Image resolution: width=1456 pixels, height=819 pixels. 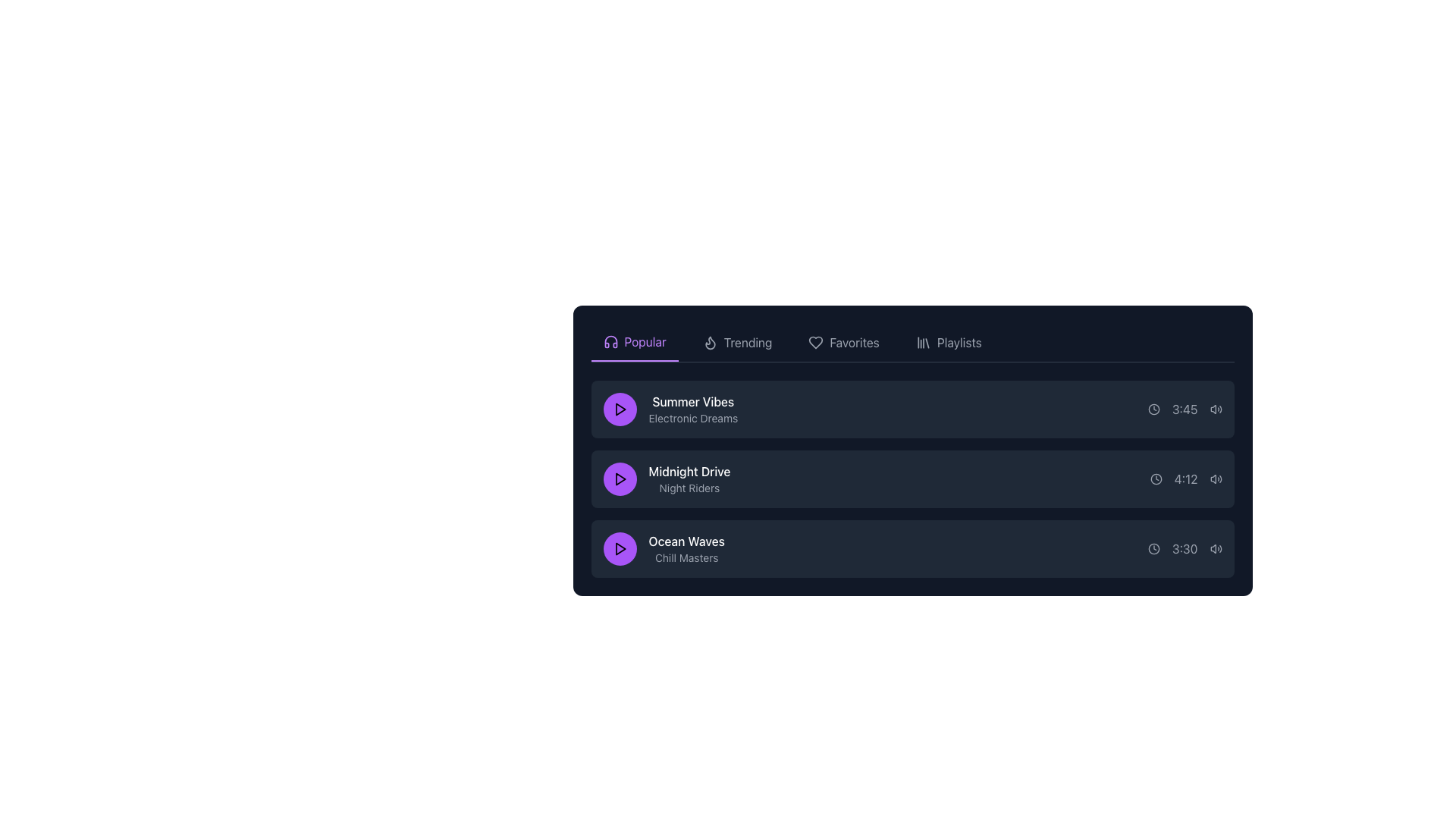 I want to click on the mute indicator icon located to the right end of the first track item in the list, adjacent to the duration indicator displaying '3:45', so click(x=1212, y=409).